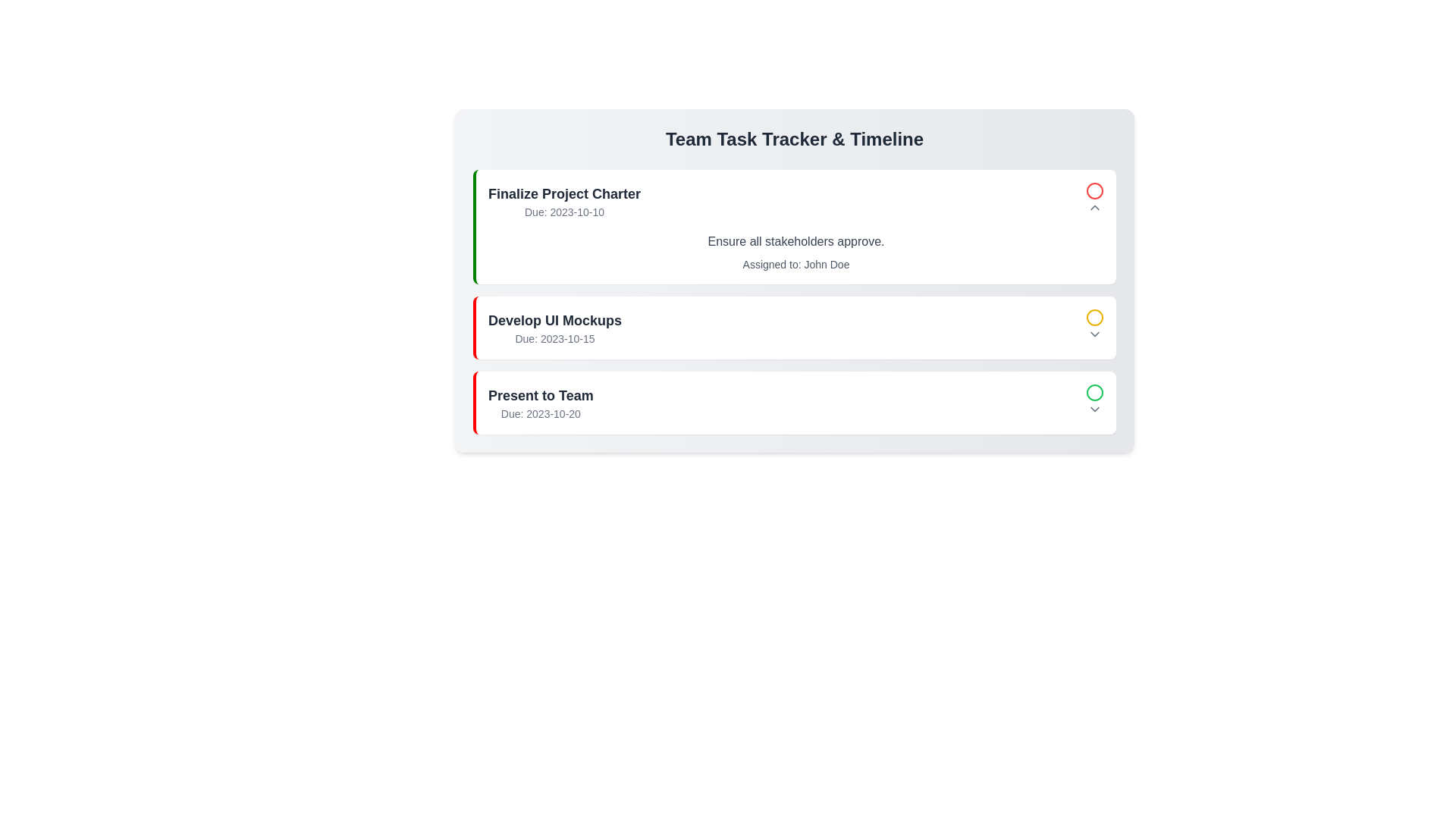  Describe the element at coordinates (563, 193) in the screenshot. I see `text label displaying 'Finalize Project Charter.' This prominent text is styled with a larger font size and bold weight, located in the top-left corner of a green-bordered task card` at that location.